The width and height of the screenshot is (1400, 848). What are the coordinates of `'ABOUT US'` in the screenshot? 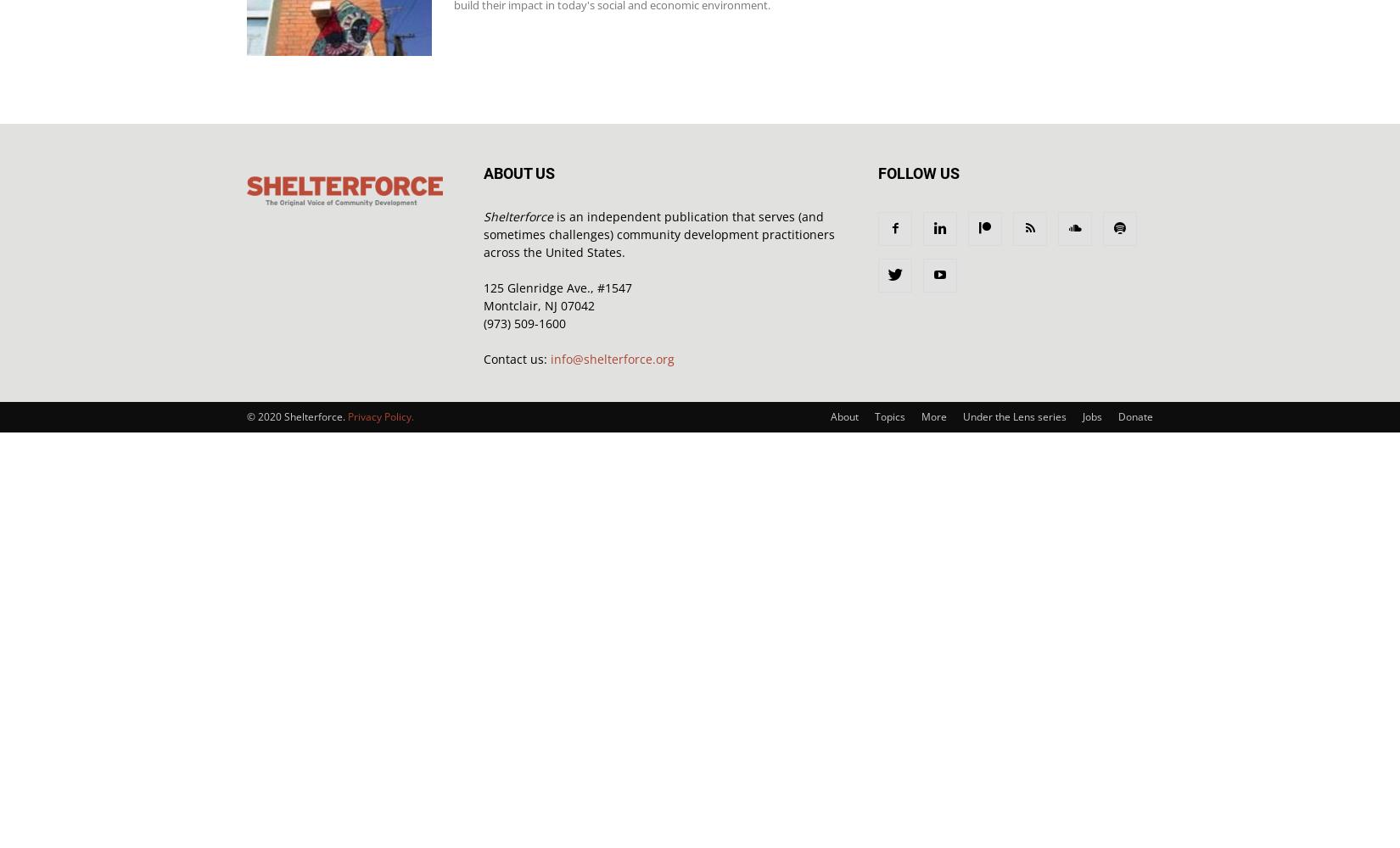 It's located at (518, 172).